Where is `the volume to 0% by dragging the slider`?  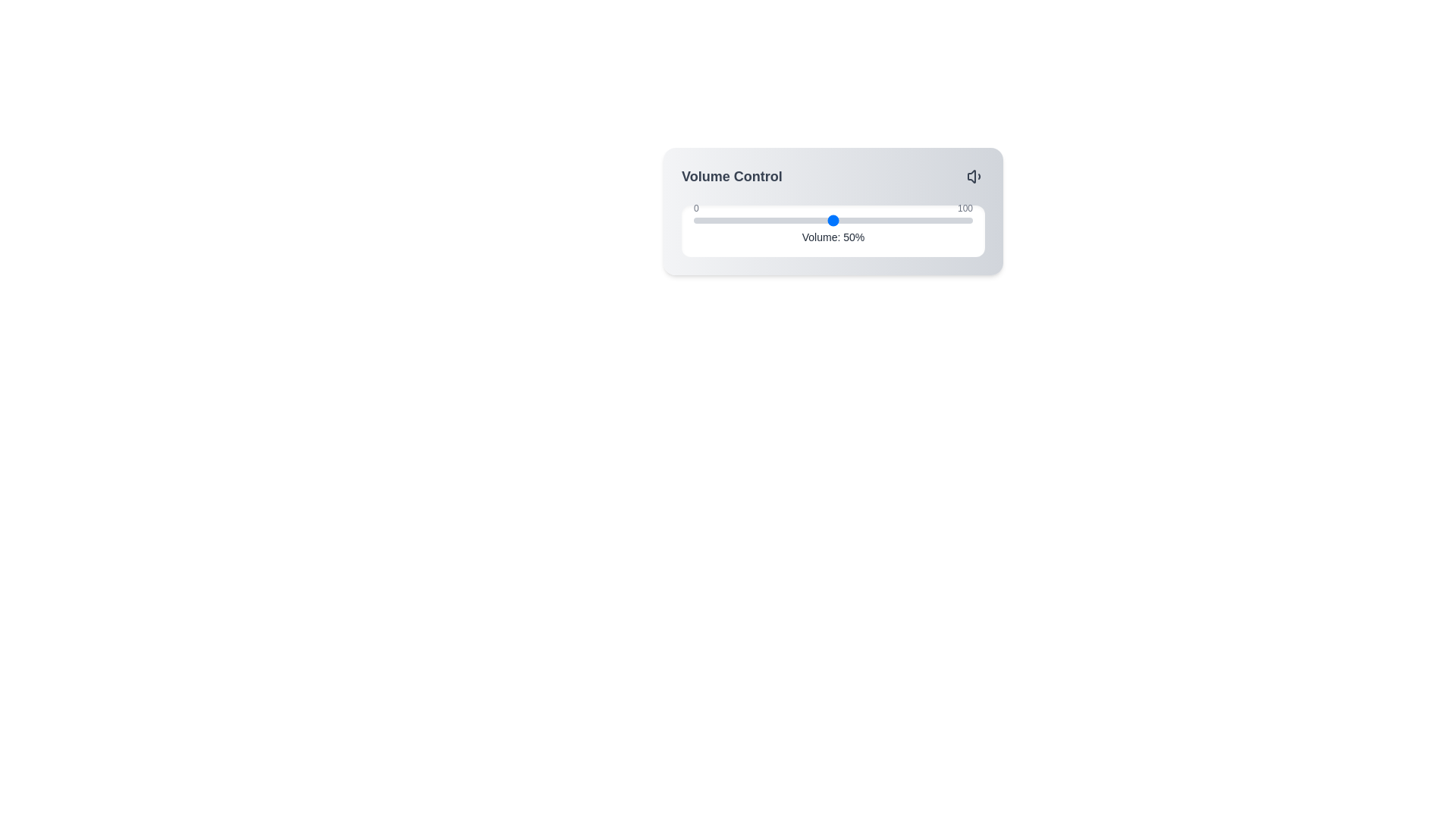 the volume to 0% by dragging the slider is located at coordinates (693, 220).